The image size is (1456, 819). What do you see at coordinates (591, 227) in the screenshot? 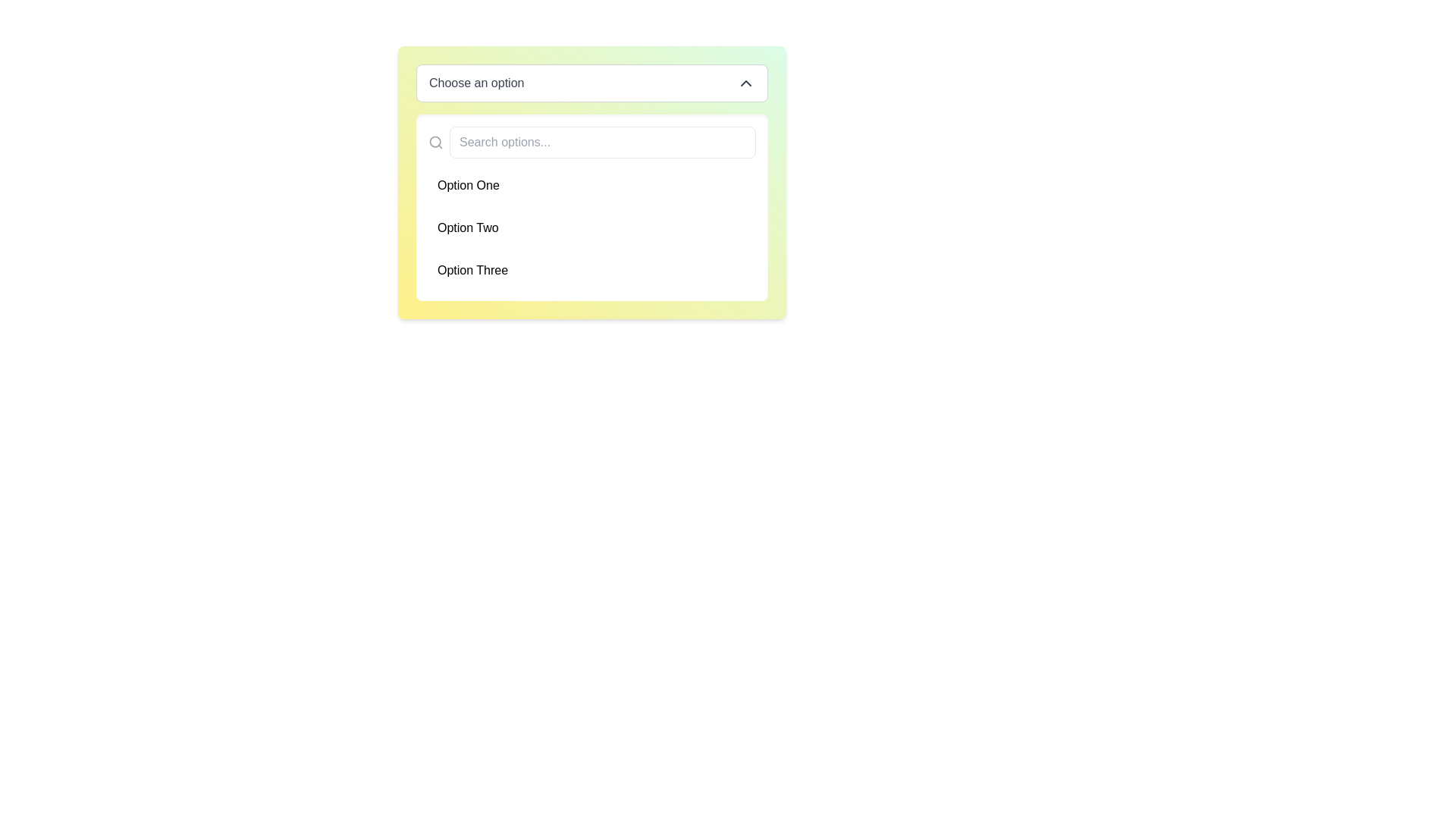
I see `the selectable menu item labeled 'Option Two', which is the second option in the dropdown menu located below 'Option One' and above 'Option Three'` at bounding box center [591, 227].